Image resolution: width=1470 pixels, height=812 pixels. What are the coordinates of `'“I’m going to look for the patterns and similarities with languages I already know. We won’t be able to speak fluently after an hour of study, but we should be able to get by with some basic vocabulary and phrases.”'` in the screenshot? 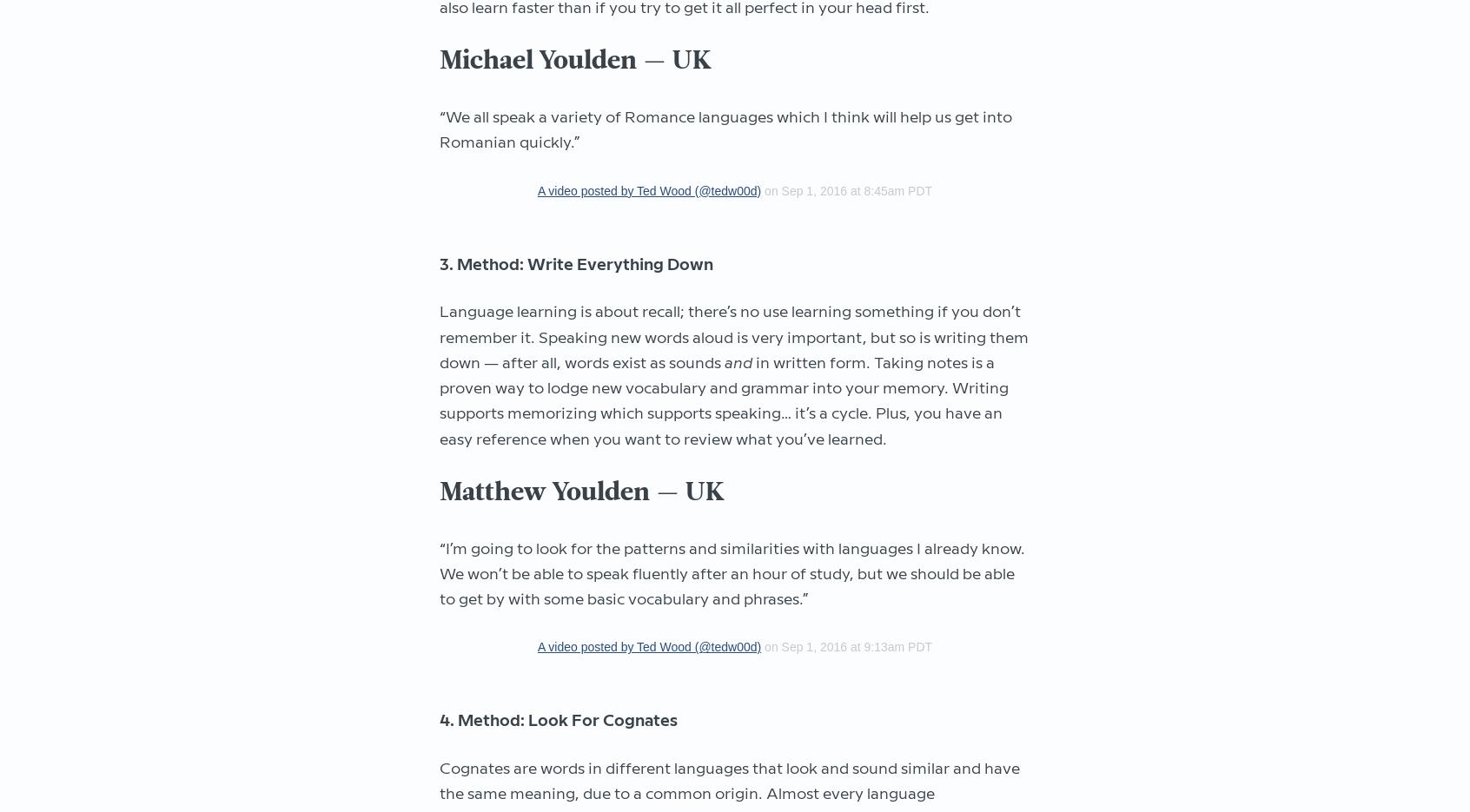 It's located at (732, 574).